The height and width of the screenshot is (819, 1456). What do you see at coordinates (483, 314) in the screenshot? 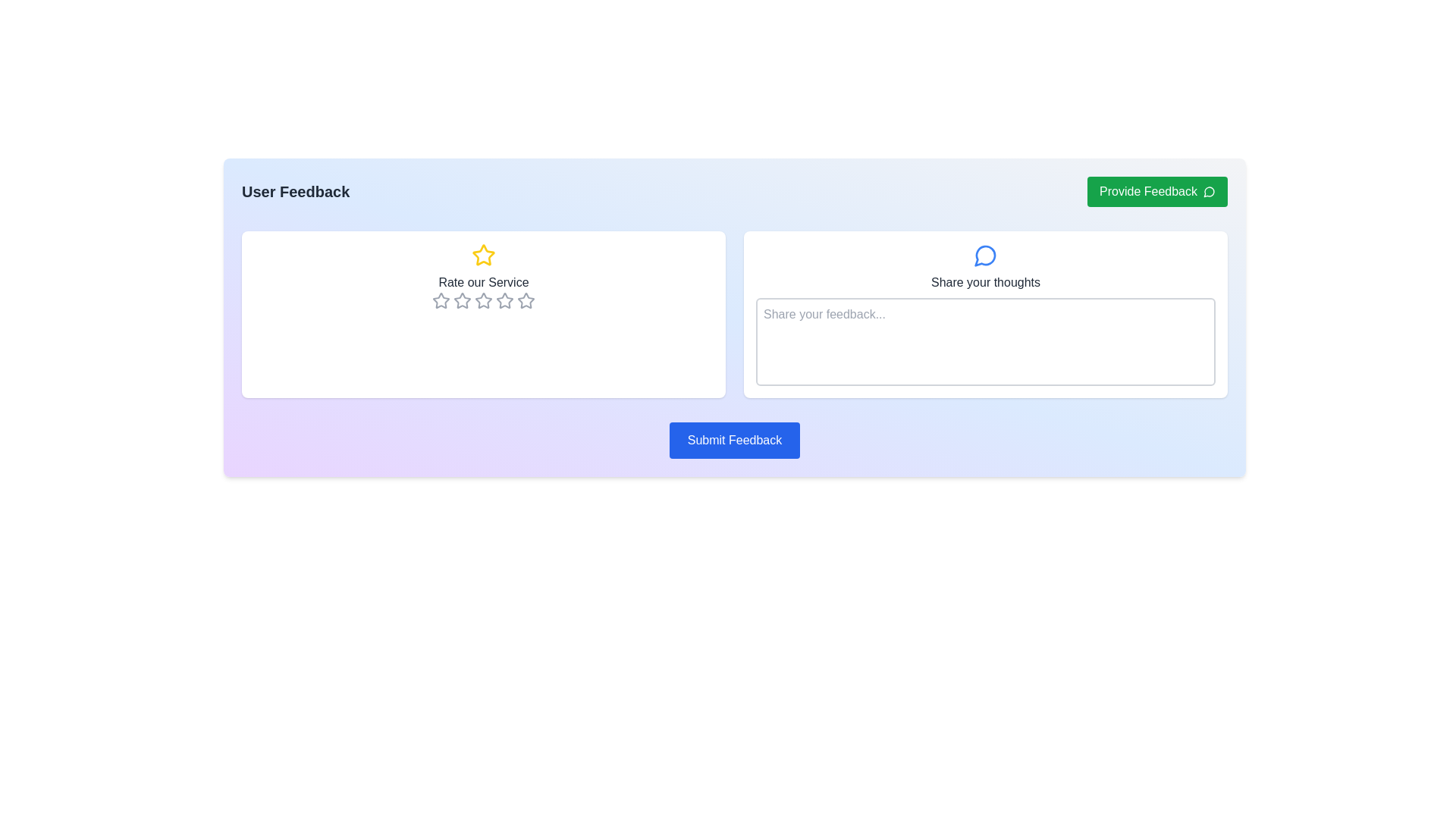
I see `label of the rating card UI component located in the left panel of the grid layout to understand its context` at bounding box center [483, 314].